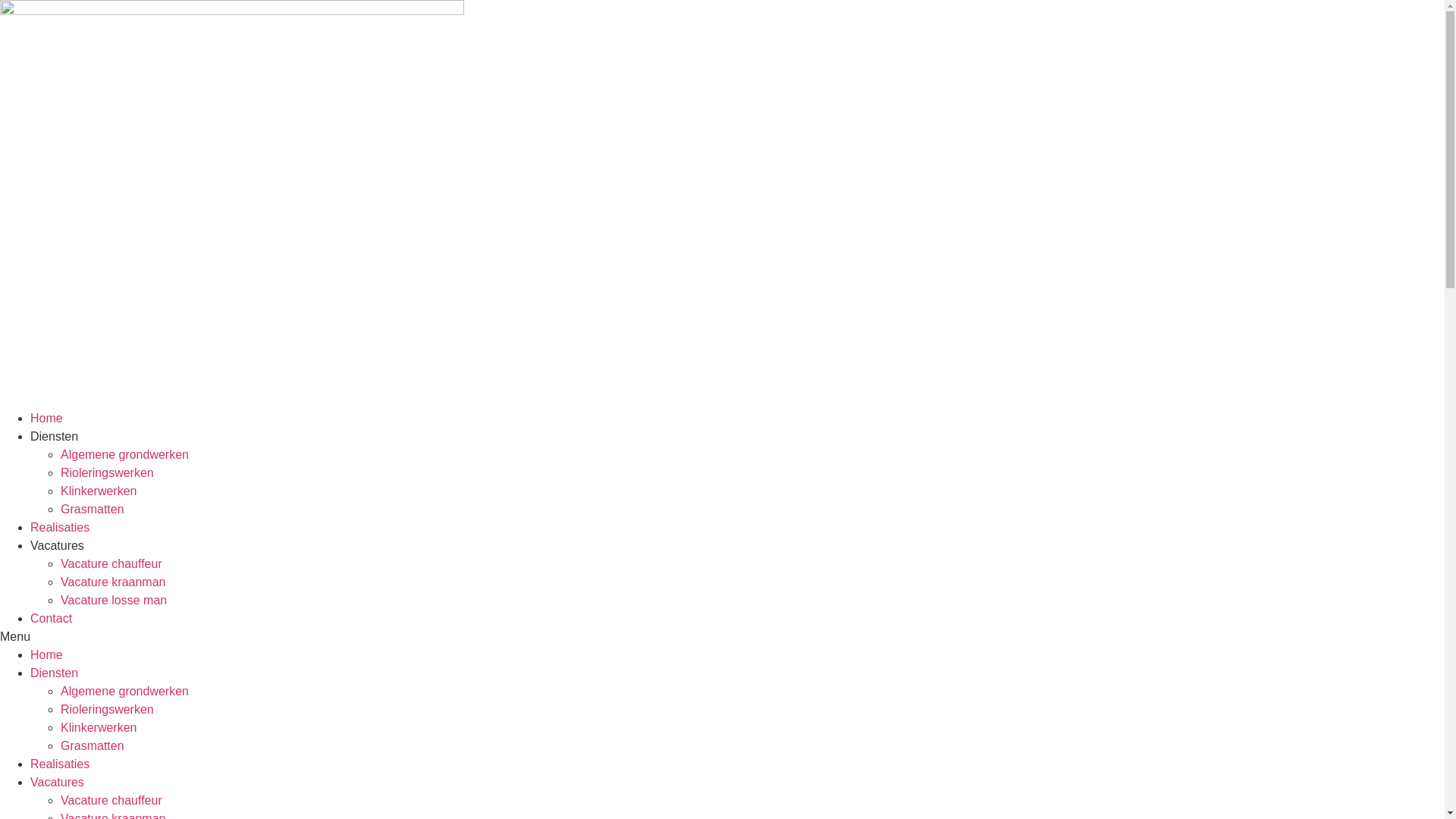 This screenshot has width=1456, height=819. I want to click on 'Vacature losse man', so click(112, 599).